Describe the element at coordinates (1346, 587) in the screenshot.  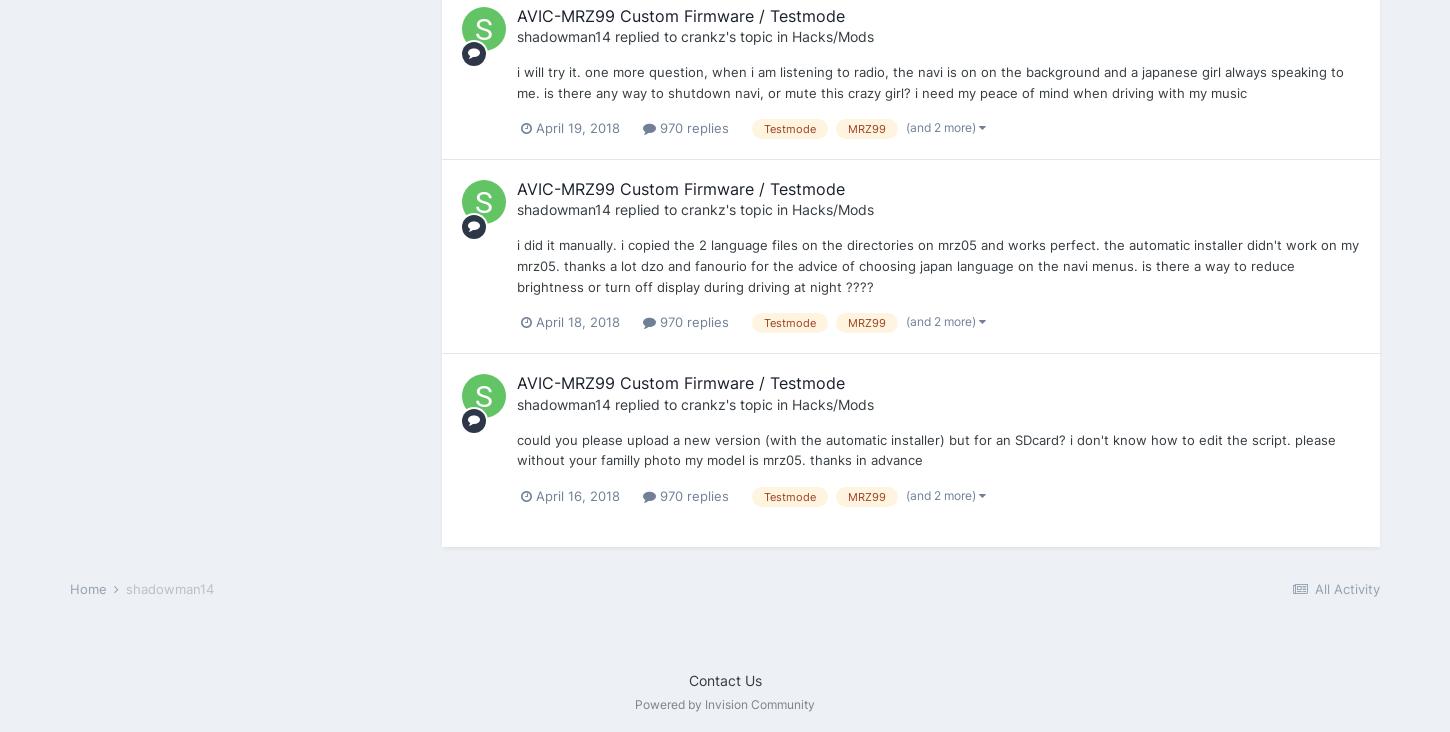
I see `'All Activity'` at that location.